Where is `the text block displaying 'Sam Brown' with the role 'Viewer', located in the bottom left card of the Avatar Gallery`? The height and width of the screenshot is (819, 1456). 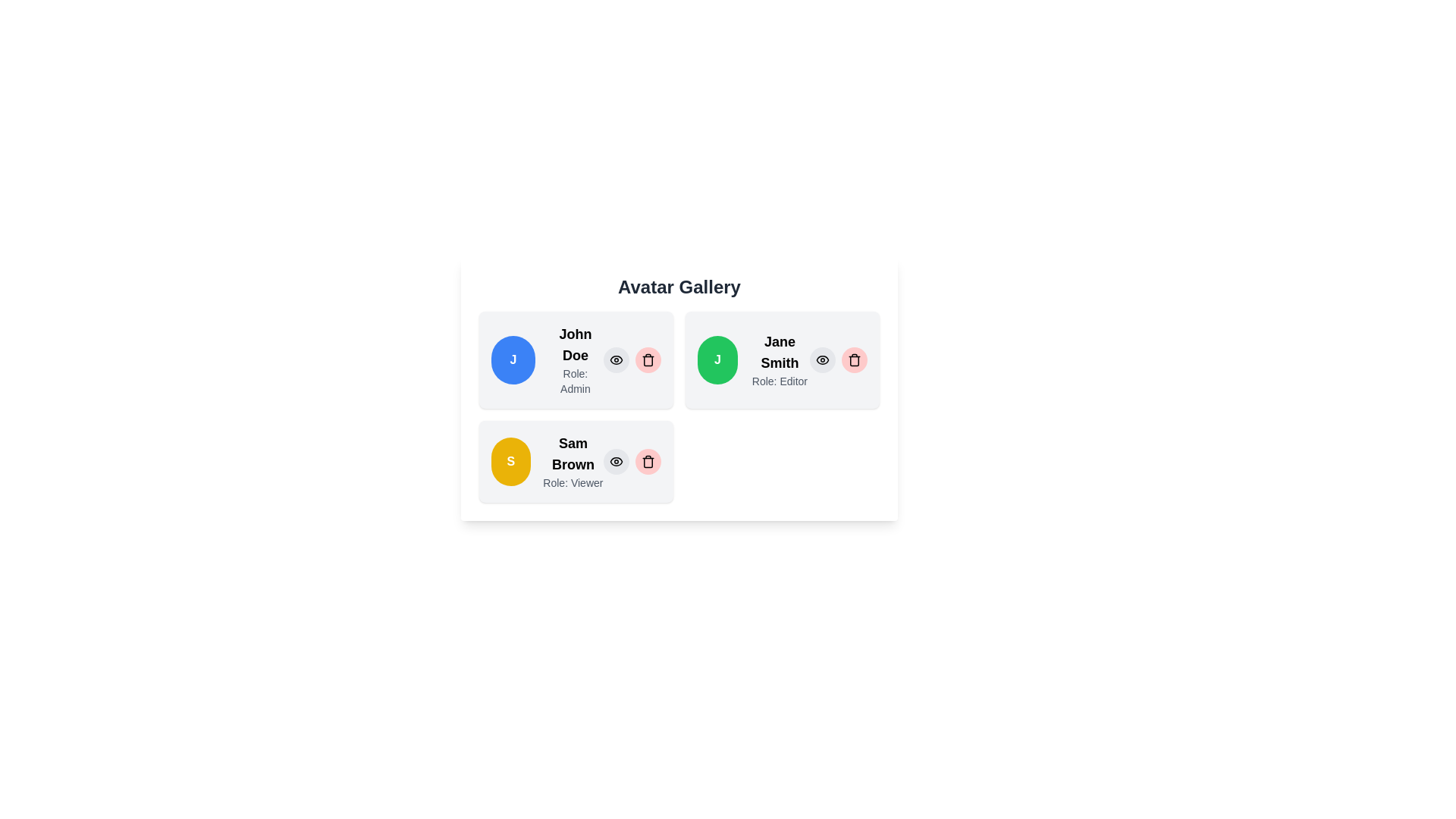 the text block displaying 'Sam Brown' with the role 'Viewer', located in the bottom left card of the Avatar Gallery is located at coordinates (572, 461).